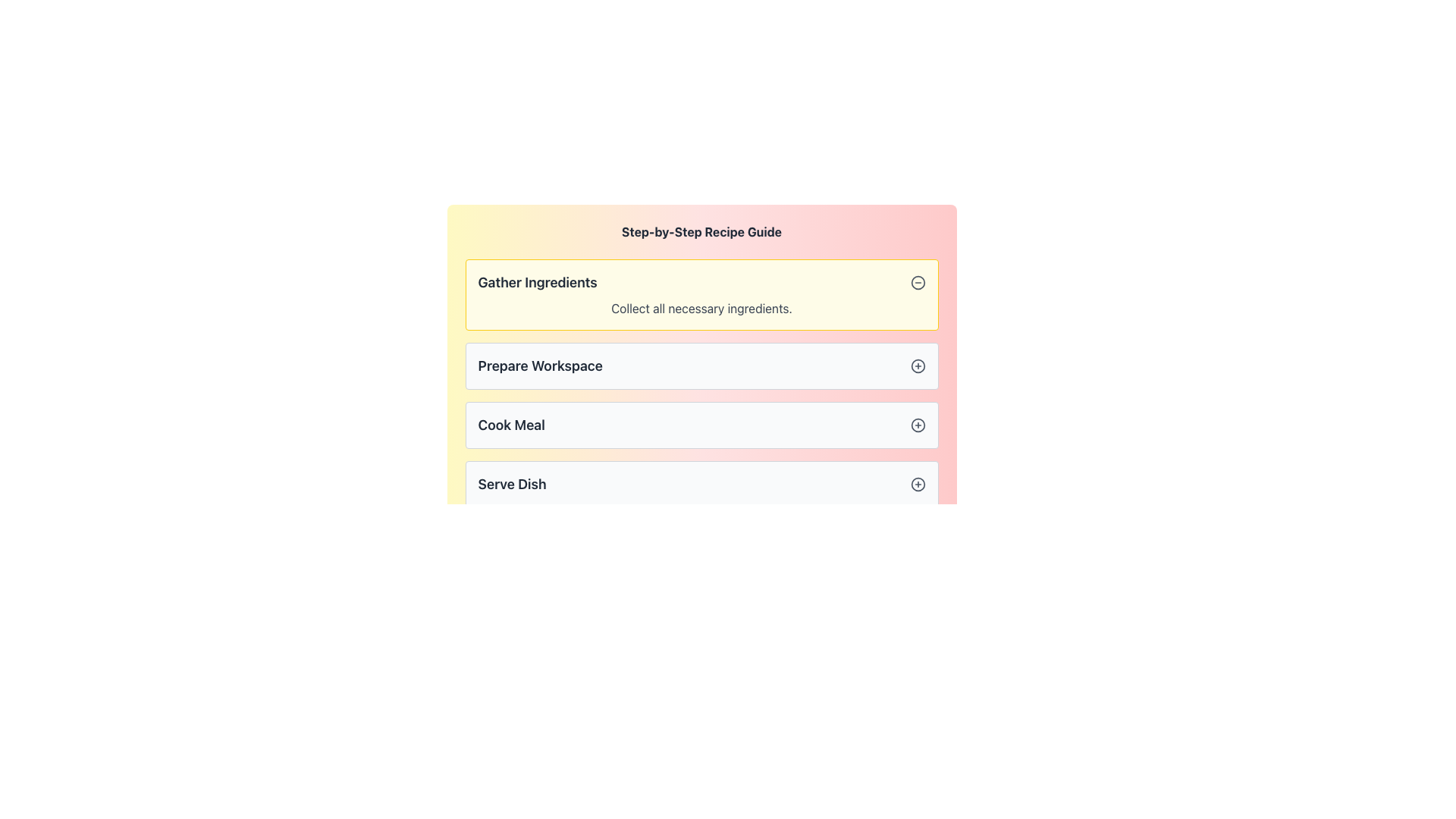 The width and height of the screenshot is (1456, 819). I want to click on the circular gray-bordered button with a '+' shape located to the right of the 'Prepare Workspace' text, so click(917, 366).